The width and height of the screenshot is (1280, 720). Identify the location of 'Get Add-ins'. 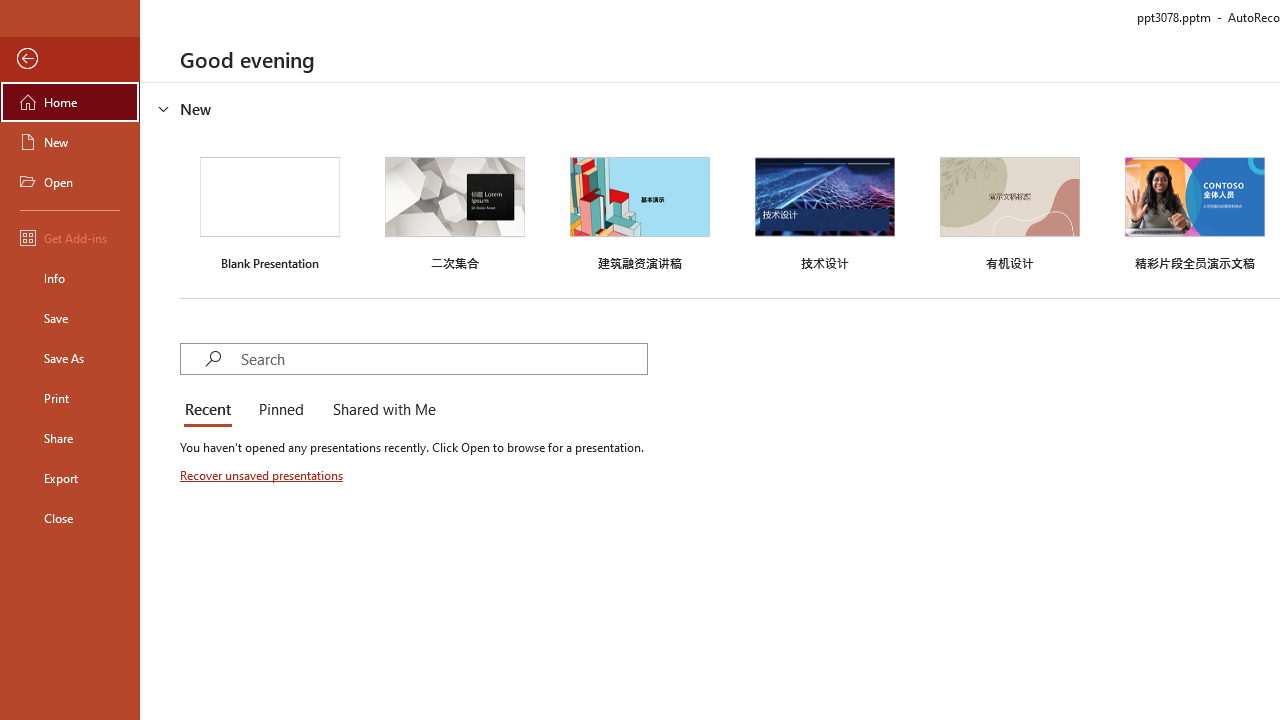
(69, 236).